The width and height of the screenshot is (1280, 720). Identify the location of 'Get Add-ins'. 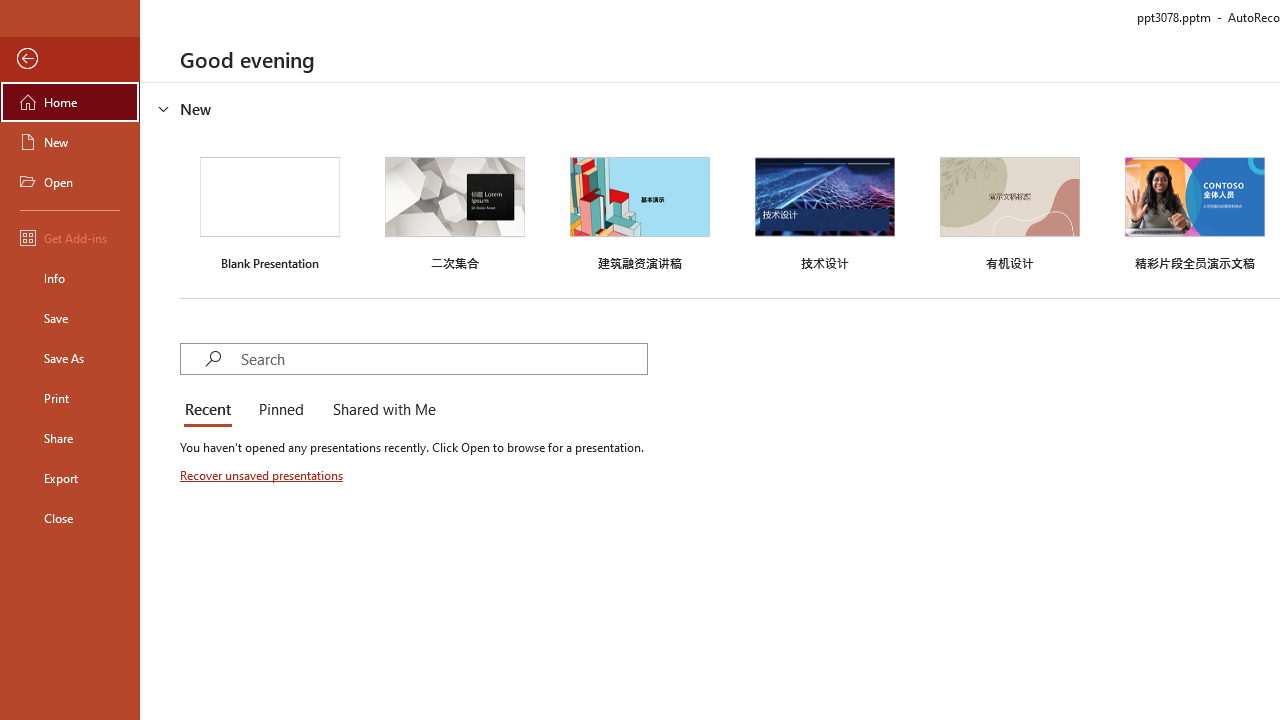
(69, 236).